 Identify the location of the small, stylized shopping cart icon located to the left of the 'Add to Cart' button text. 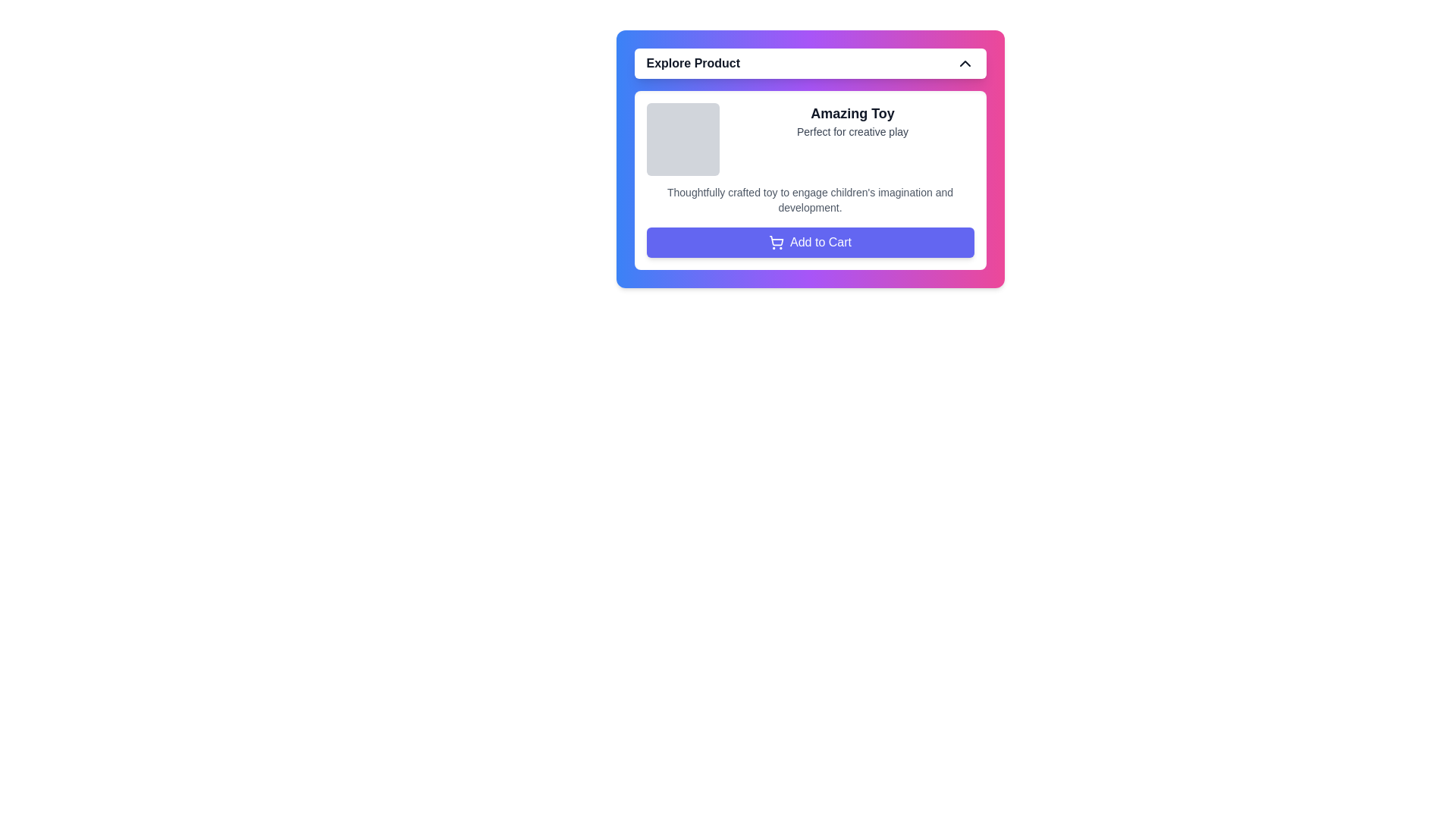
(777, 240).